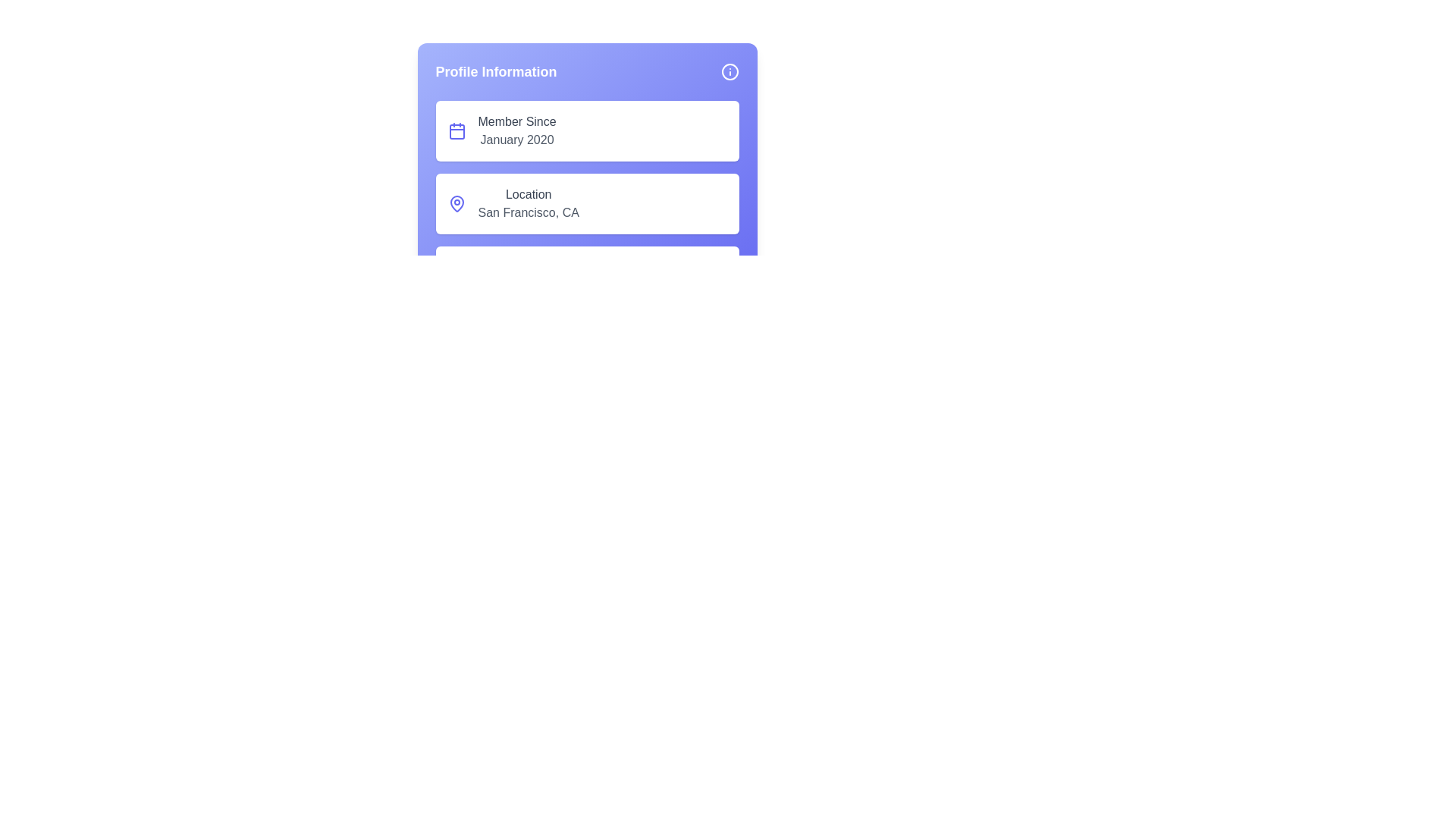  What do you see at coordinates (730, 72) in the screenshot?
I see `the circular SVG graphic element that serves as the boundary of the information icon located in the top-right portion of the profile information card` at bounding box center [730, 72].